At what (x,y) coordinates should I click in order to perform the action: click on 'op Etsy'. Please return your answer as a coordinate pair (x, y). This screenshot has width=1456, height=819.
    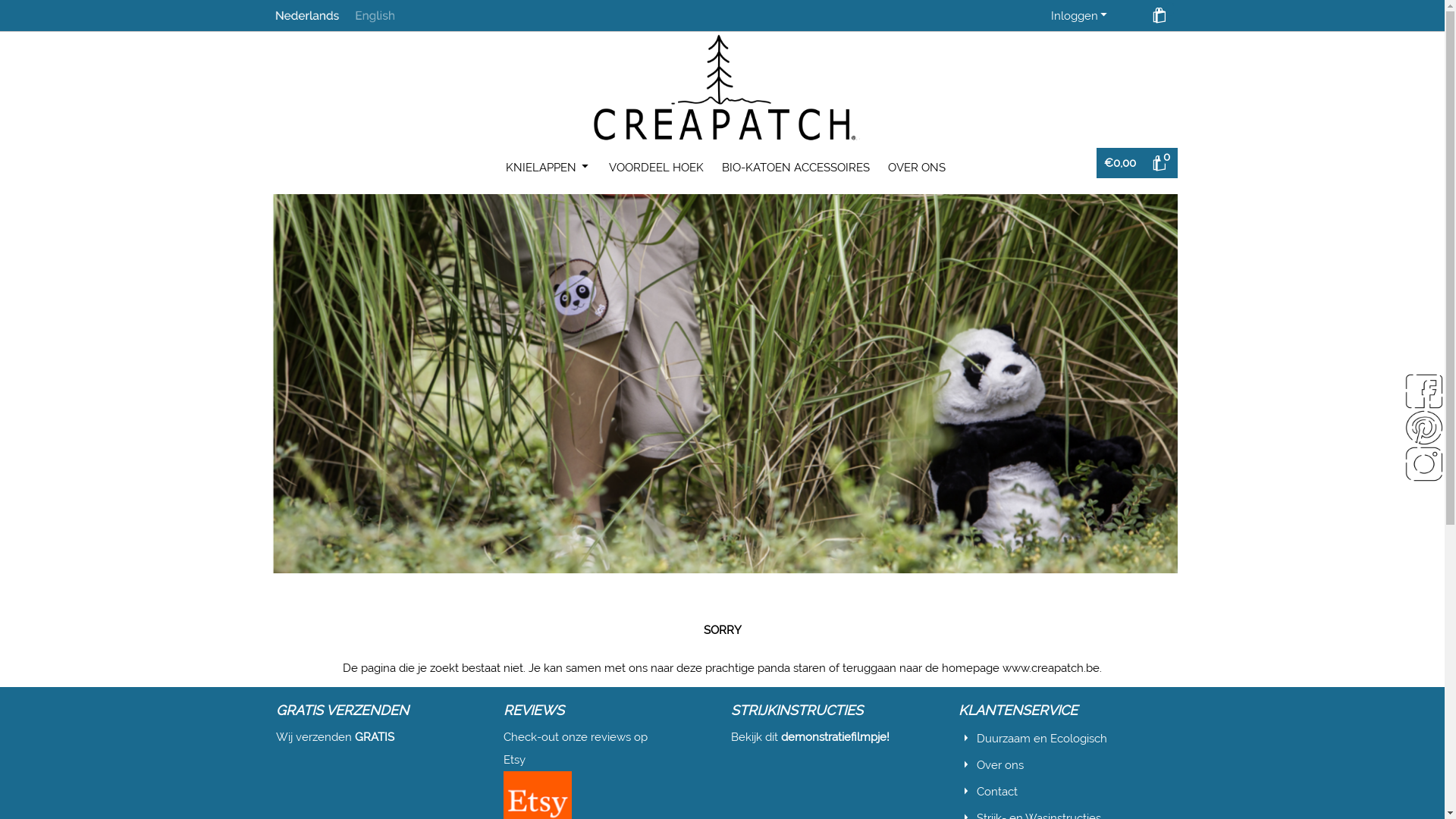
    Looking at the image, I should click on (574, 748).